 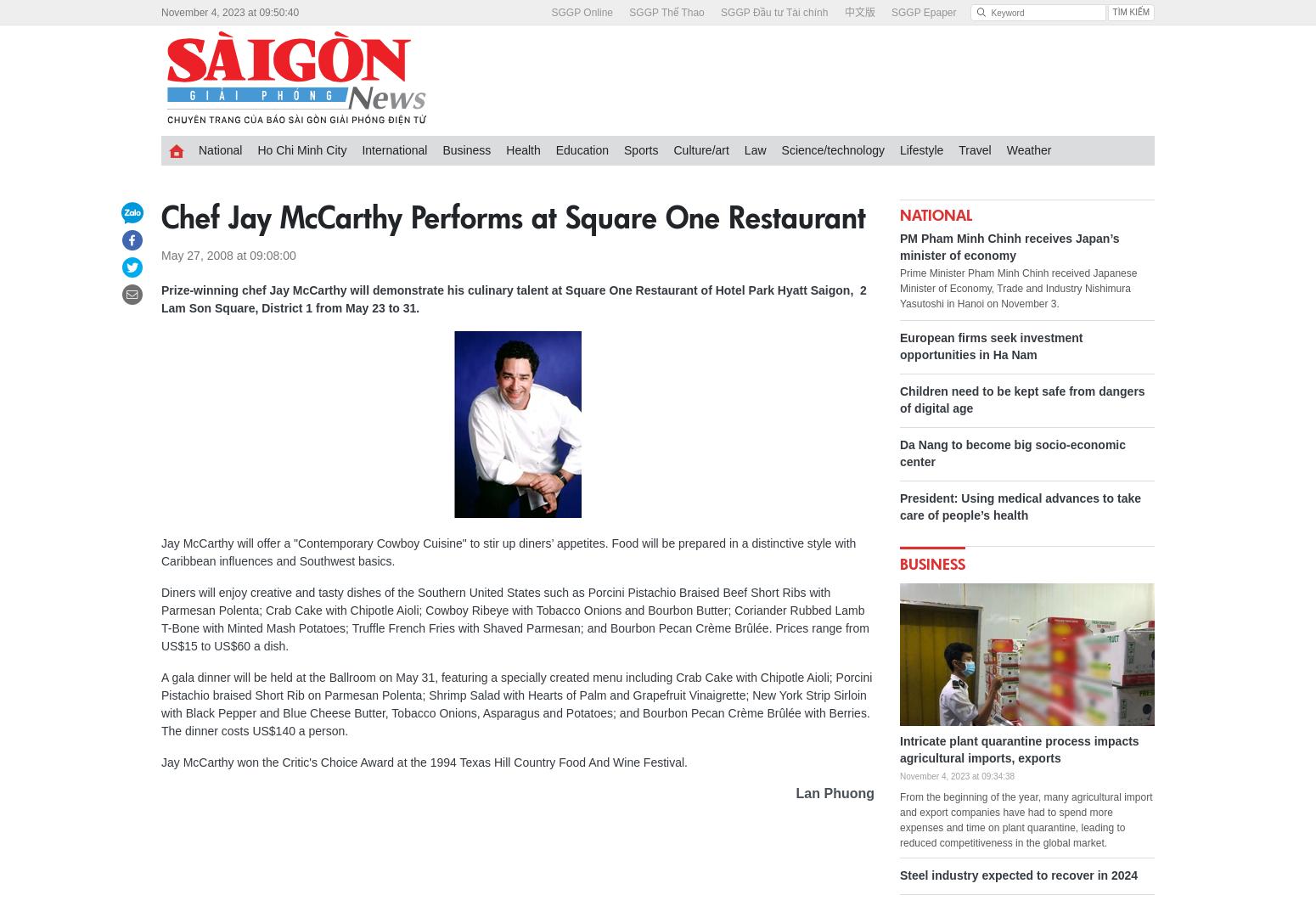 What do you see at coordinates (900, 346) in the screenshot?
I see `'European firms seek investment opportunities in Ha Nam'` at bounding box center [900, 346].